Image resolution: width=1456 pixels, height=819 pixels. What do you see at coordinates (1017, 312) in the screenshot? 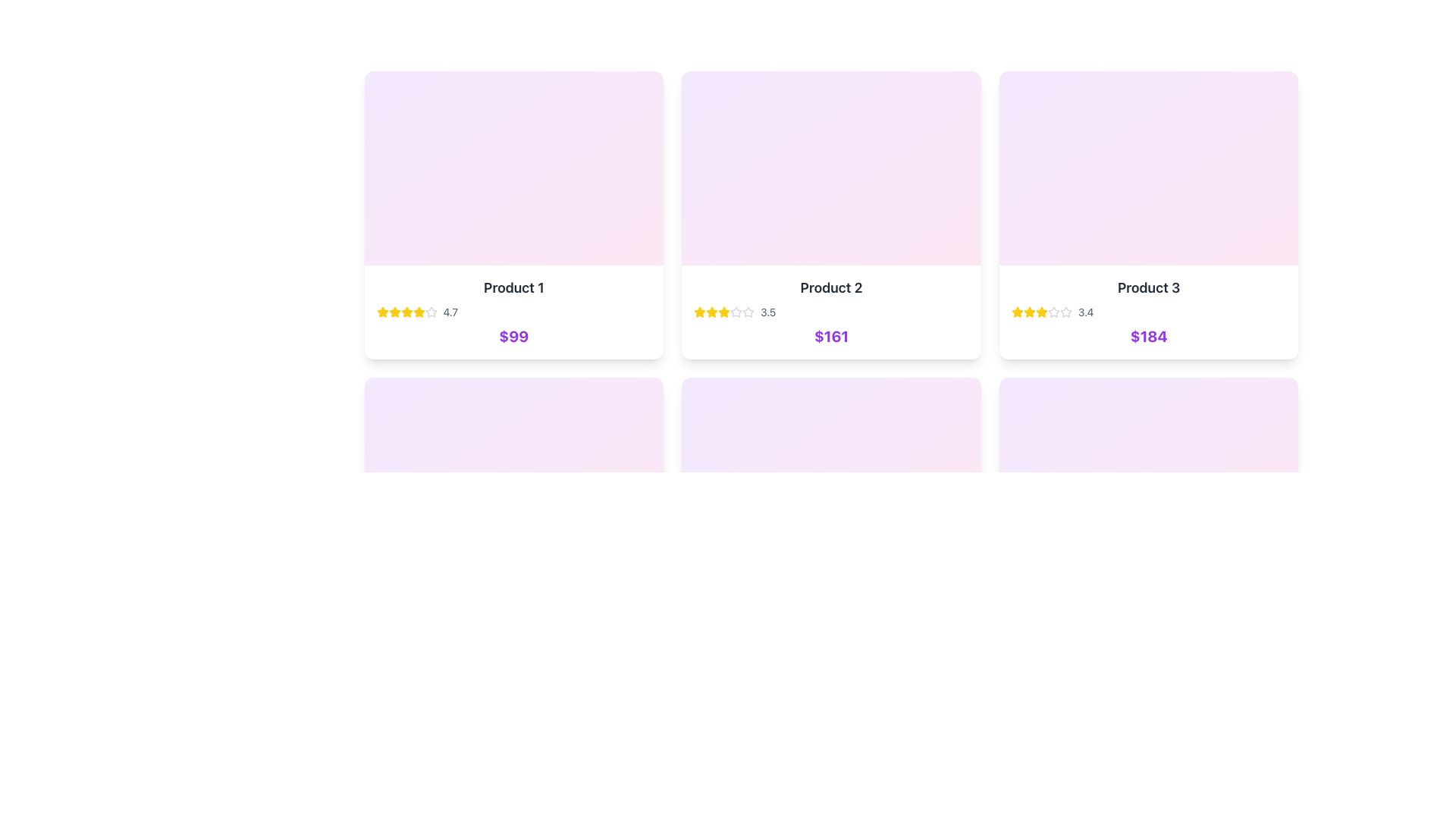
I see `the bright yellow filled star icon, which is the first star from the left in the rating section of the card labeled 'Product 3' in the third column` at bounding box center [1017, 312].